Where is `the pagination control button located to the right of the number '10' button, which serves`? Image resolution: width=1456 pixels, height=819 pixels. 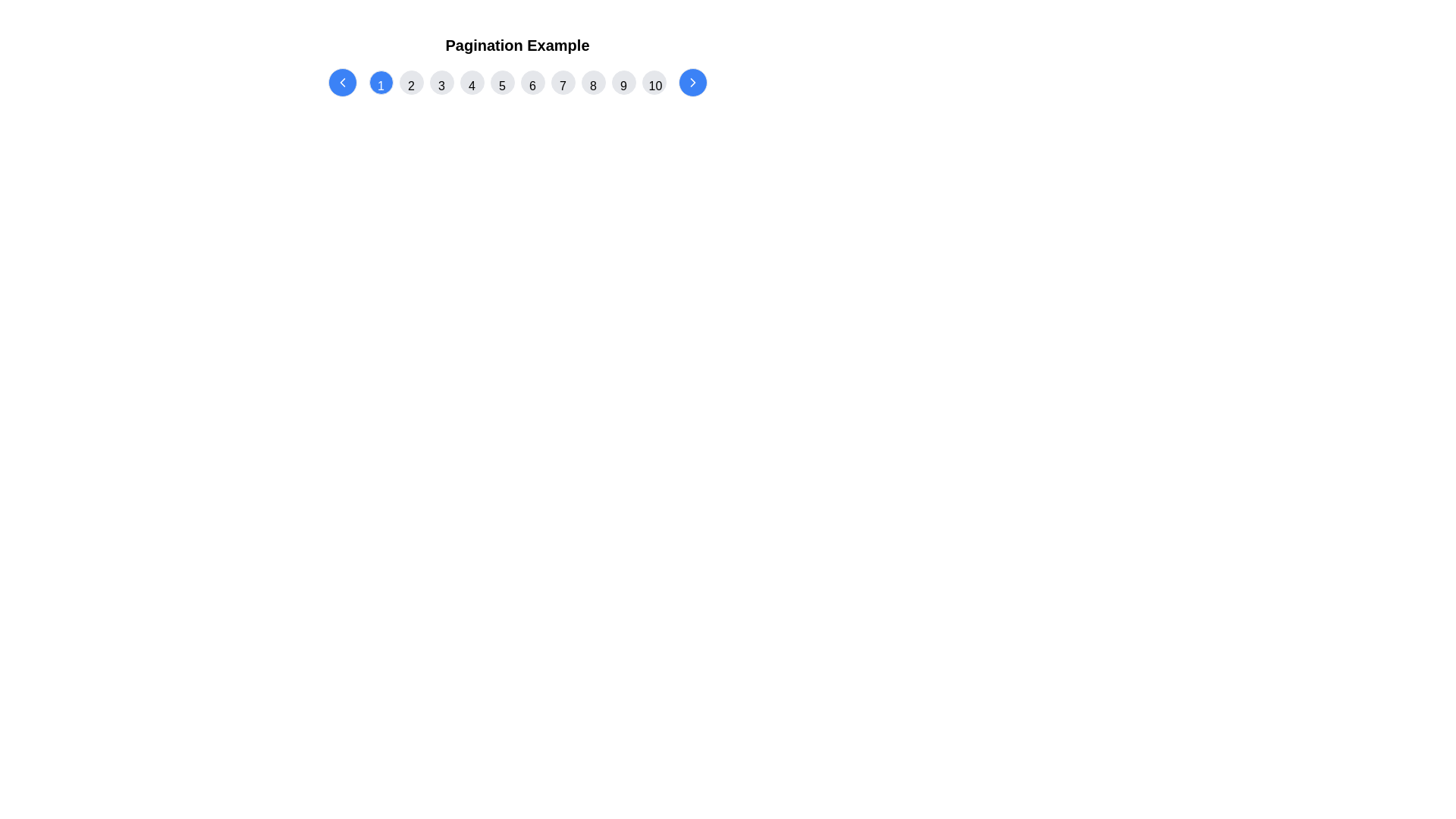 the pagination control button located to the right of the number '10' button, which serves is located at coordinates (692, 82).